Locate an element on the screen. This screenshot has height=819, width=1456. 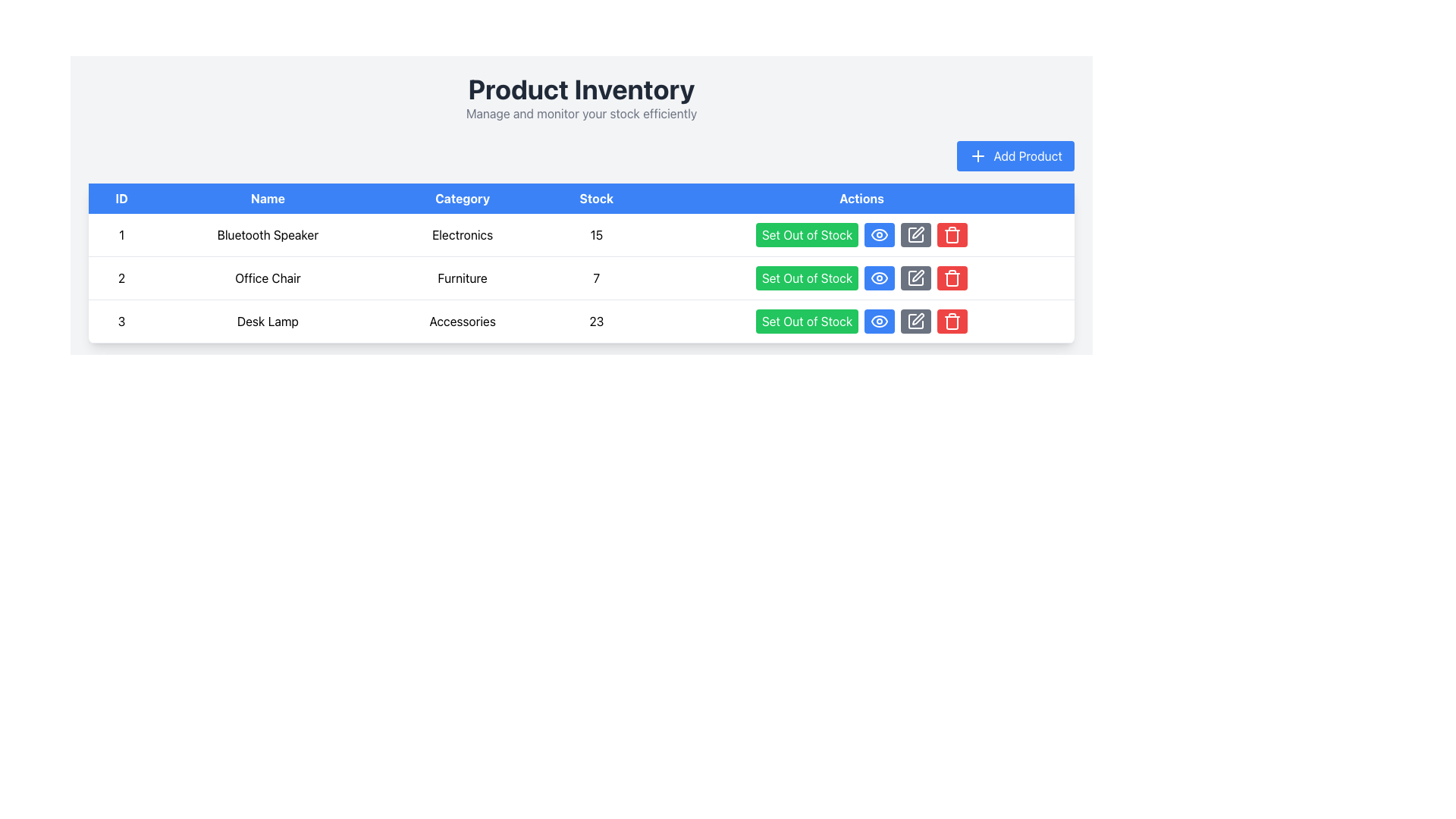
the 'edit' icon located in the rightmost column of the third row under the 'Actions' header to initiate an edit action is located at coordinates (915, 321).